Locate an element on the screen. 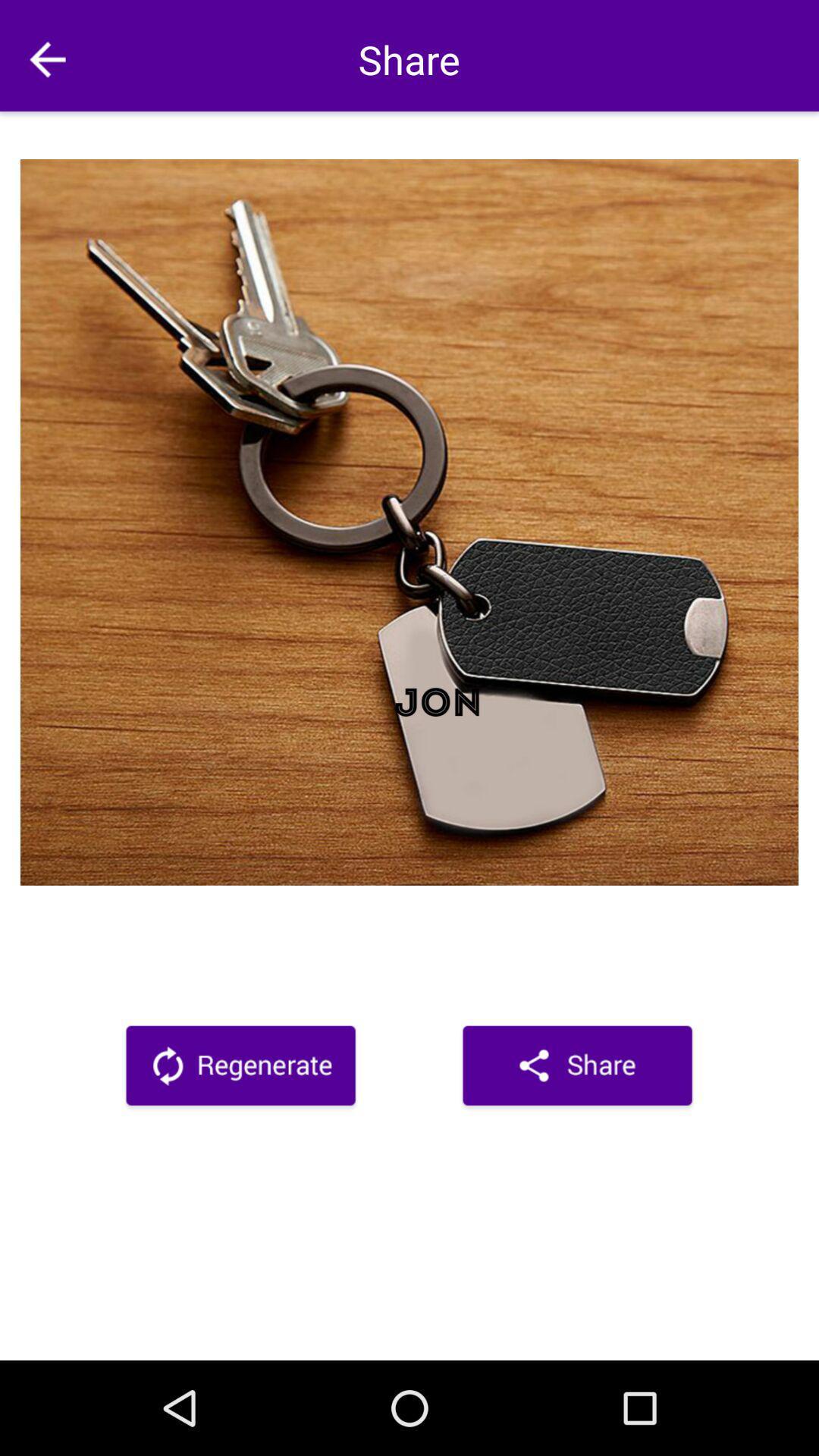 The width and height of the screenshot is (819, 1456). clique para compartilhar nas redes sociais is located at coordinates (577, 1068).